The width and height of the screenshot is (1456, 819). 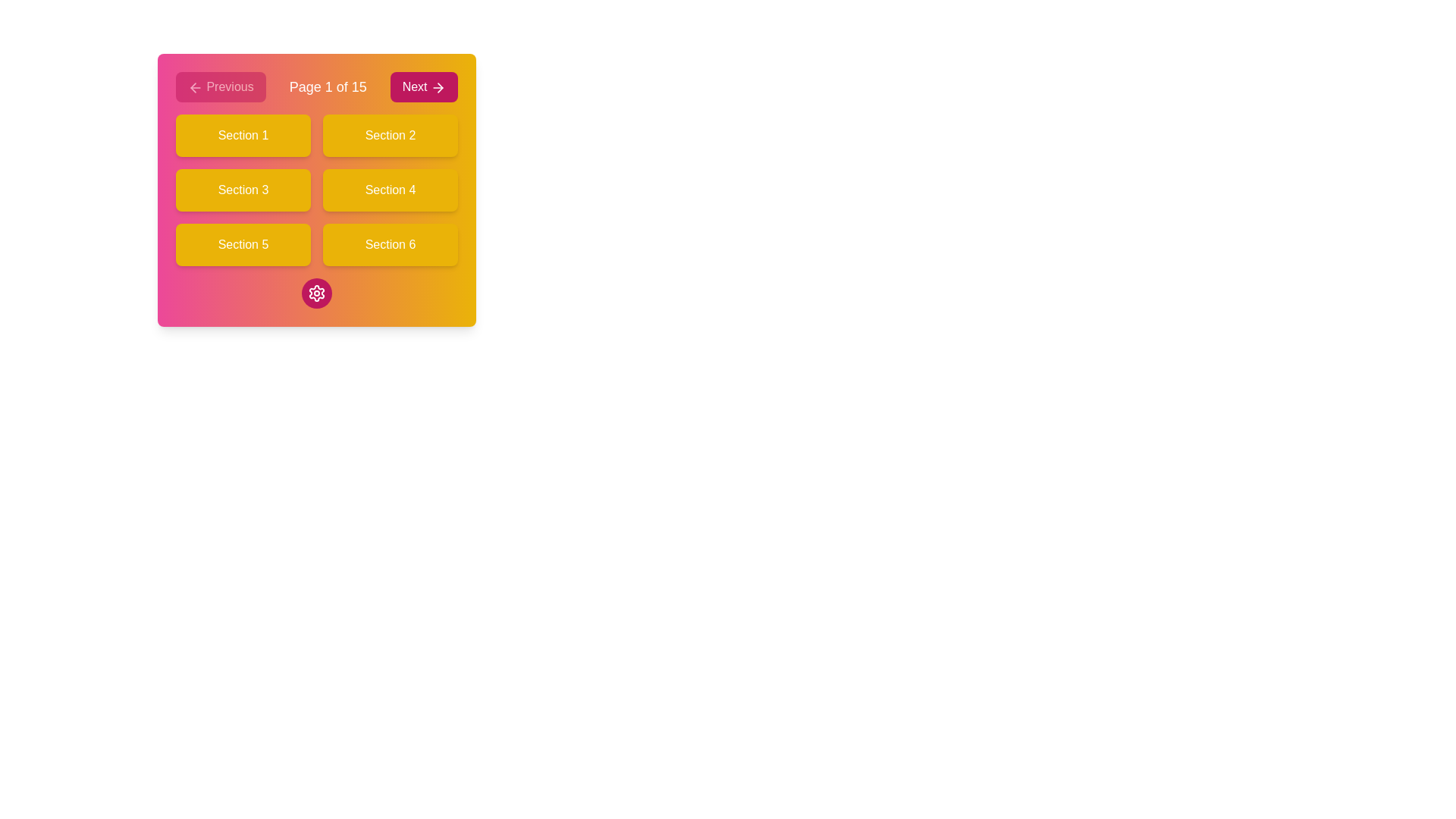 What do you see at coordinates (243, 134) in the screenshot?
I see `the rectangular button with a yellow background and white text reading 'Section 1'` at bounding box center [243, 134].